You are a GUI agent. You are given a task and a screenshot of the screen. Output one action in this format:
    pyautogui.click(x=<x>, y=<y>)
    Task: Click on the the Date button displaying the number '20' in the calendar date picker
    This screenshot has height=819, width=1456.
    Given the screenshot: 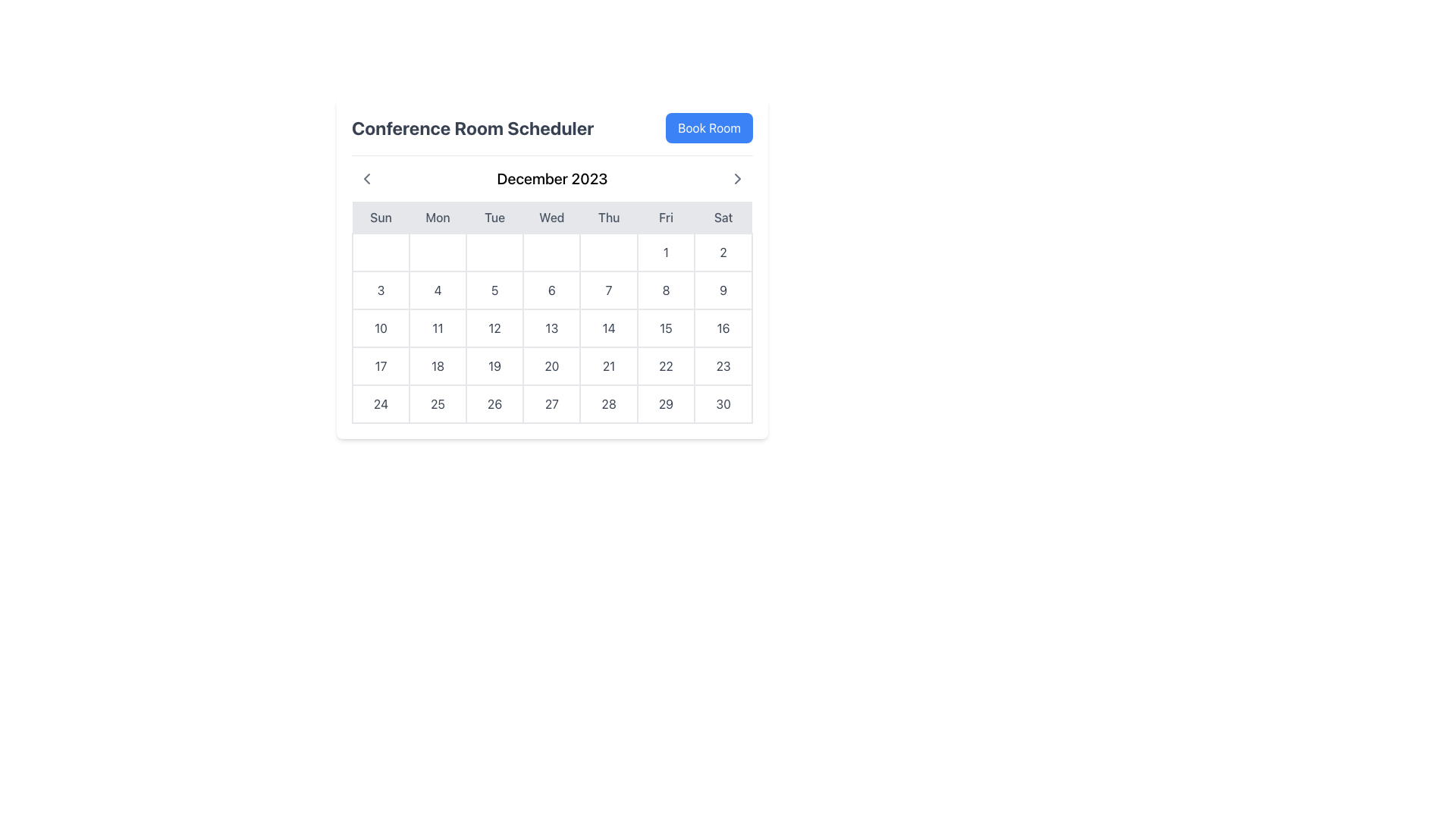 What is the action you would take?
    pyautogui.click(x=551, y=366)
    